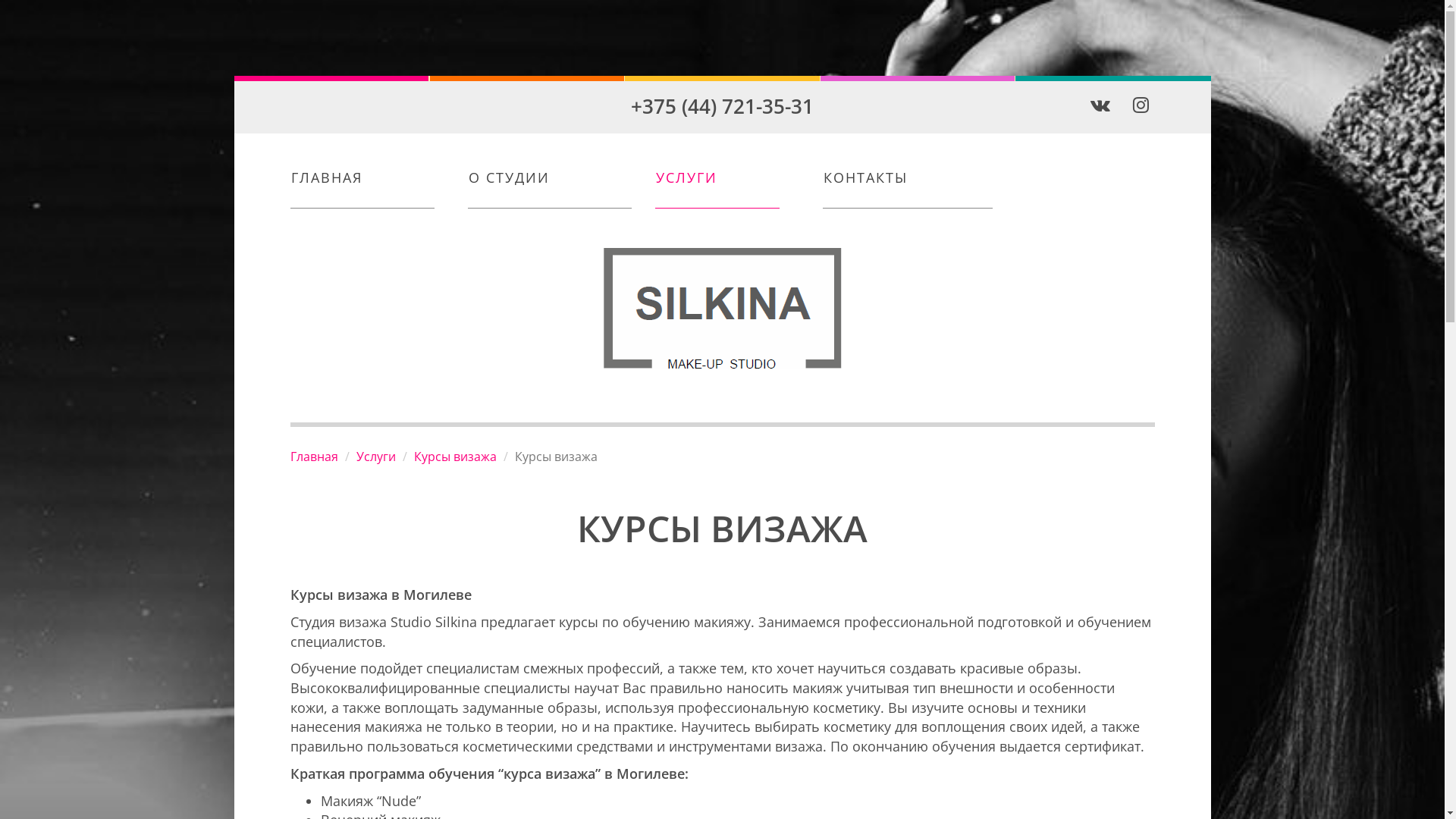 Image resolution: width=1456 pixels, height=819 pixels. What do you see at coordinates (721, 105) in the screenshot?
I see `'+375 (44) 721-35-31'` at bounding box center [721, 105].